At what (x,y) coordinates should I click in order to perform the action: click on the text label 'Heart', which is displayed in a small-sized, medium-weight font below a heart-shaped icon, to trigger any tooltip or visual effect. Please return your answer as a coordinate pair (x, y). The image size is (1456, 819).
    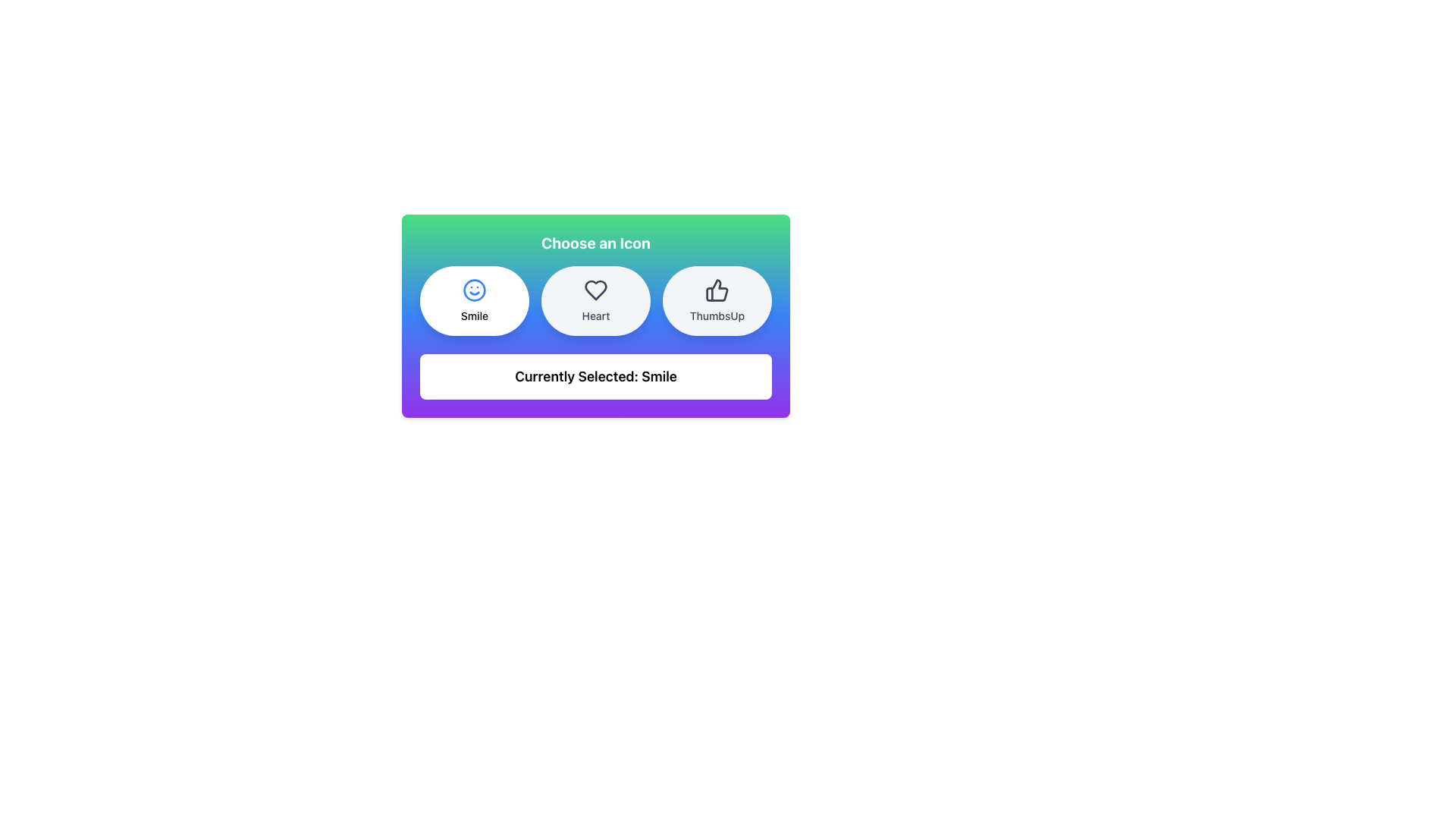
    Looking at the image, I should click on (595, 315).